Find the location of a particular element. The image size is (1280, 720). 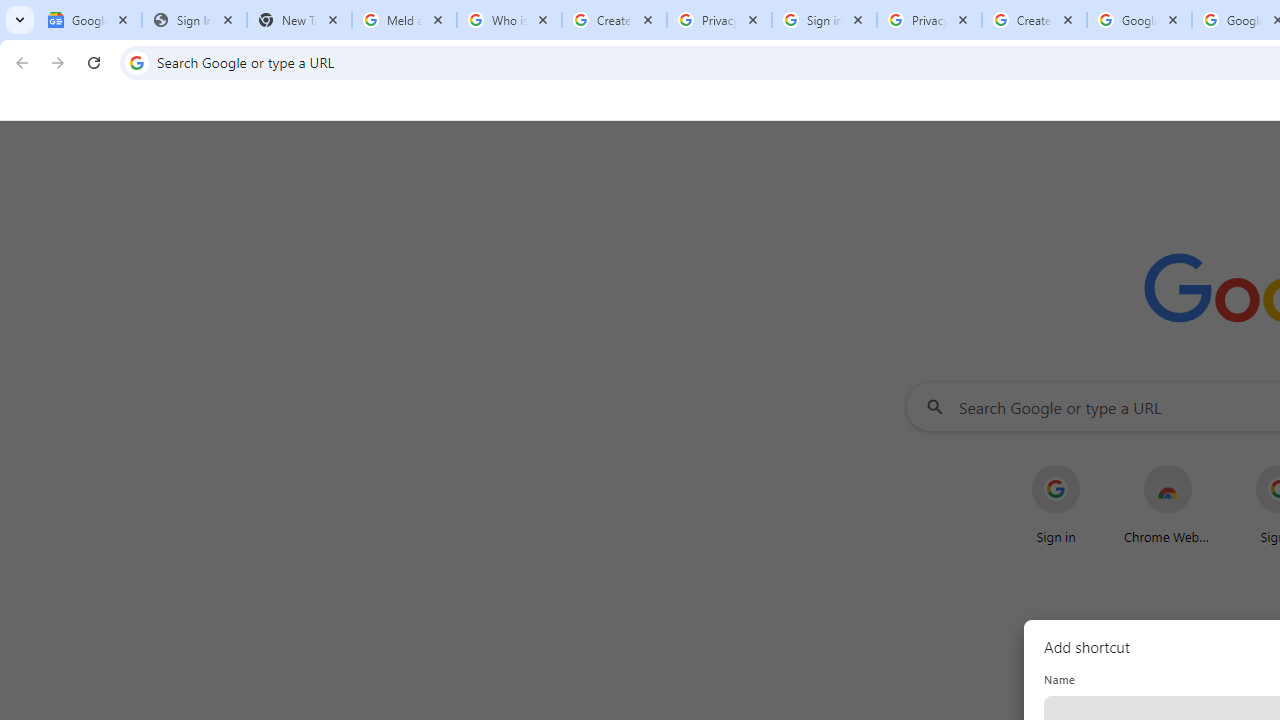

'New Tab' is located at coordinates (298, 20).